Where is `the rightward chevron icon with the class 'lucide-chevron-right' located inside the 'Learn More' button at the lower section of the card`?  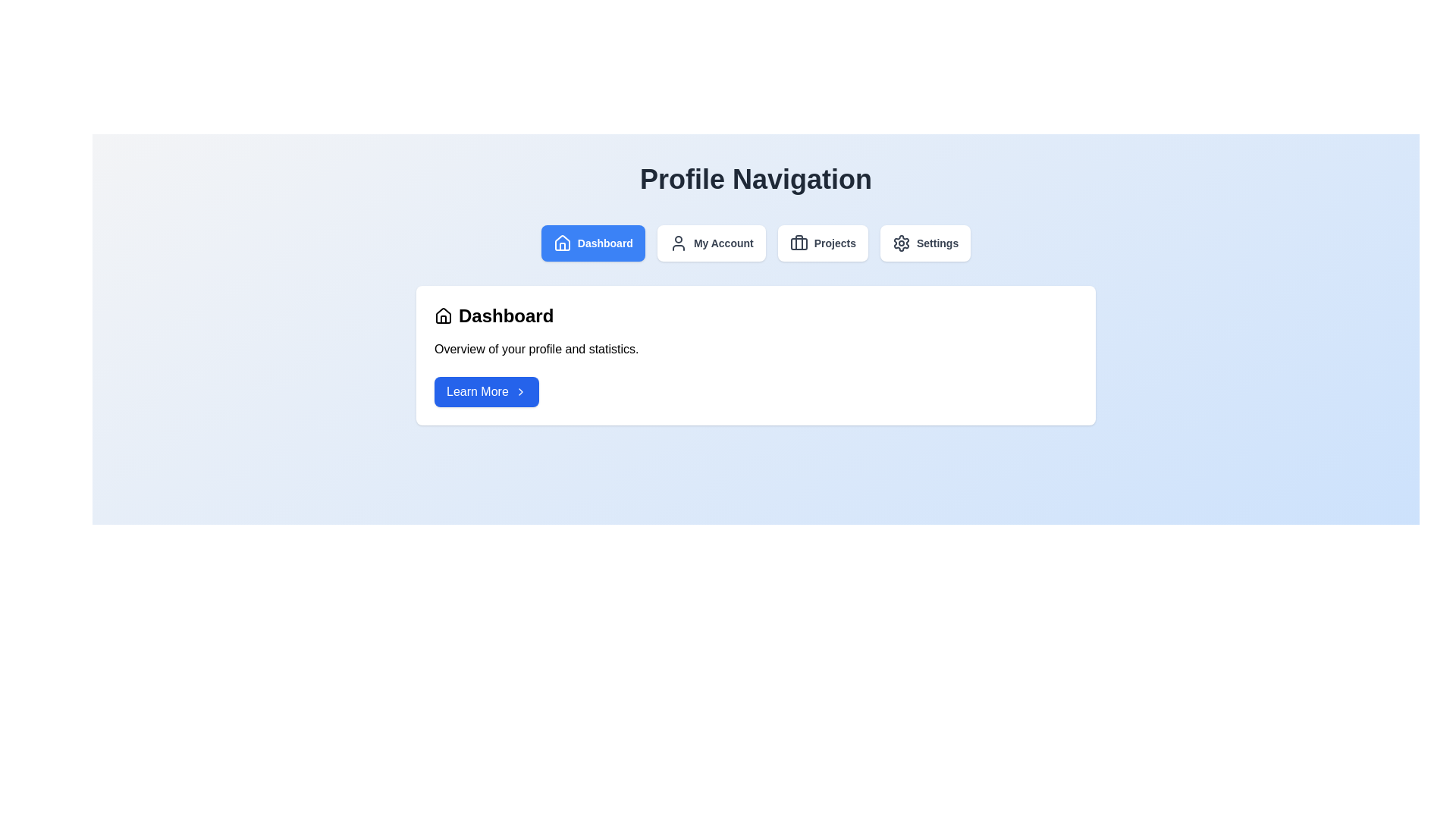 the rightward chevron icon with the class 'lucide-chevron-right' located inside the 'Learn More' button at the lower section of the card is located at coordinates (520, 391).